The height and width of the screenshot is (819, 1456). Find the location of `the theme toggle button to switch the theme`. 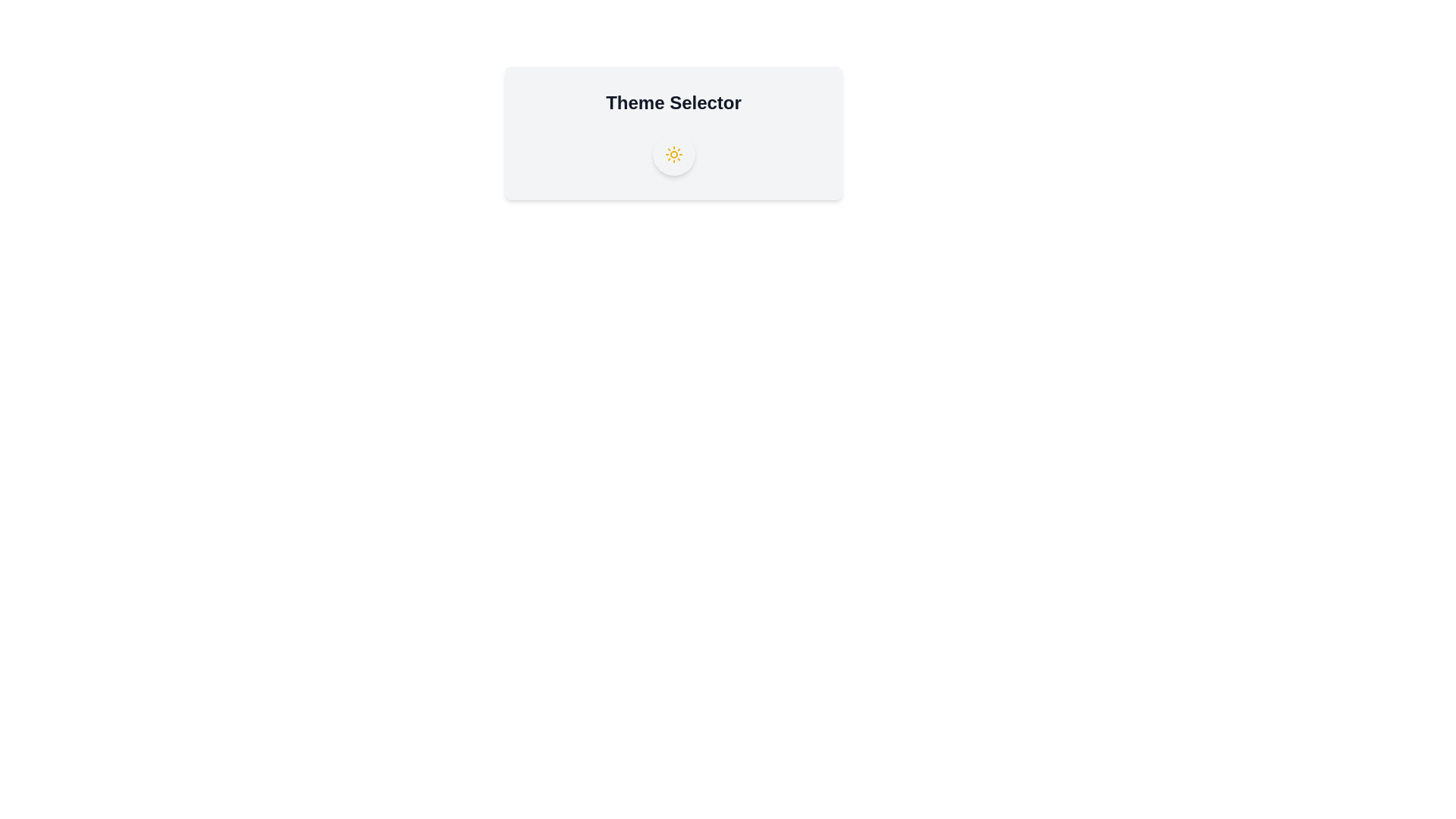

the theme toggle button to switch the theme is located at coordinates (673, 155).